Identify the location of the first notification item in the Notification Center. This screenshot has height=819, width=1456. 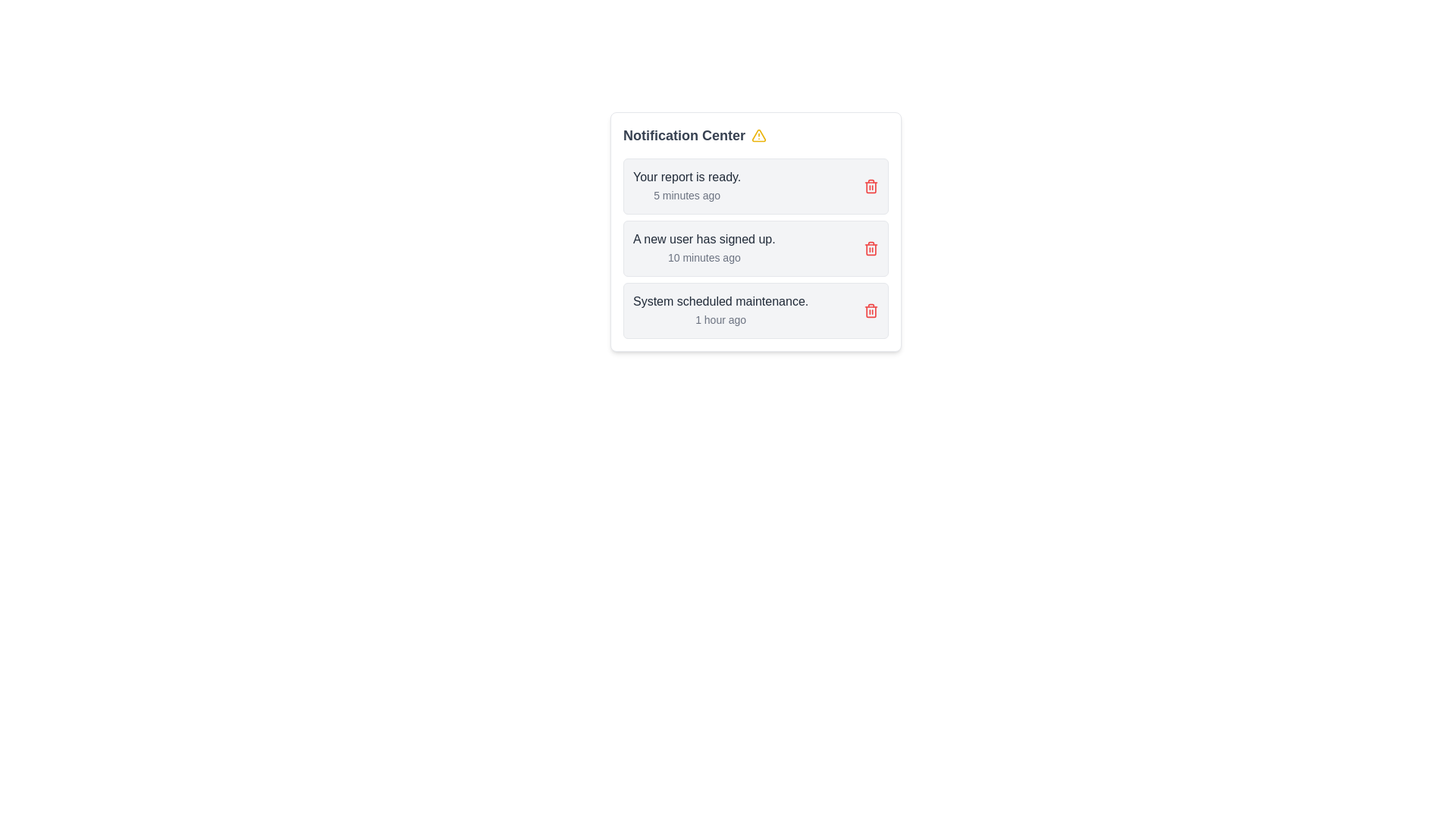
(686, 186).